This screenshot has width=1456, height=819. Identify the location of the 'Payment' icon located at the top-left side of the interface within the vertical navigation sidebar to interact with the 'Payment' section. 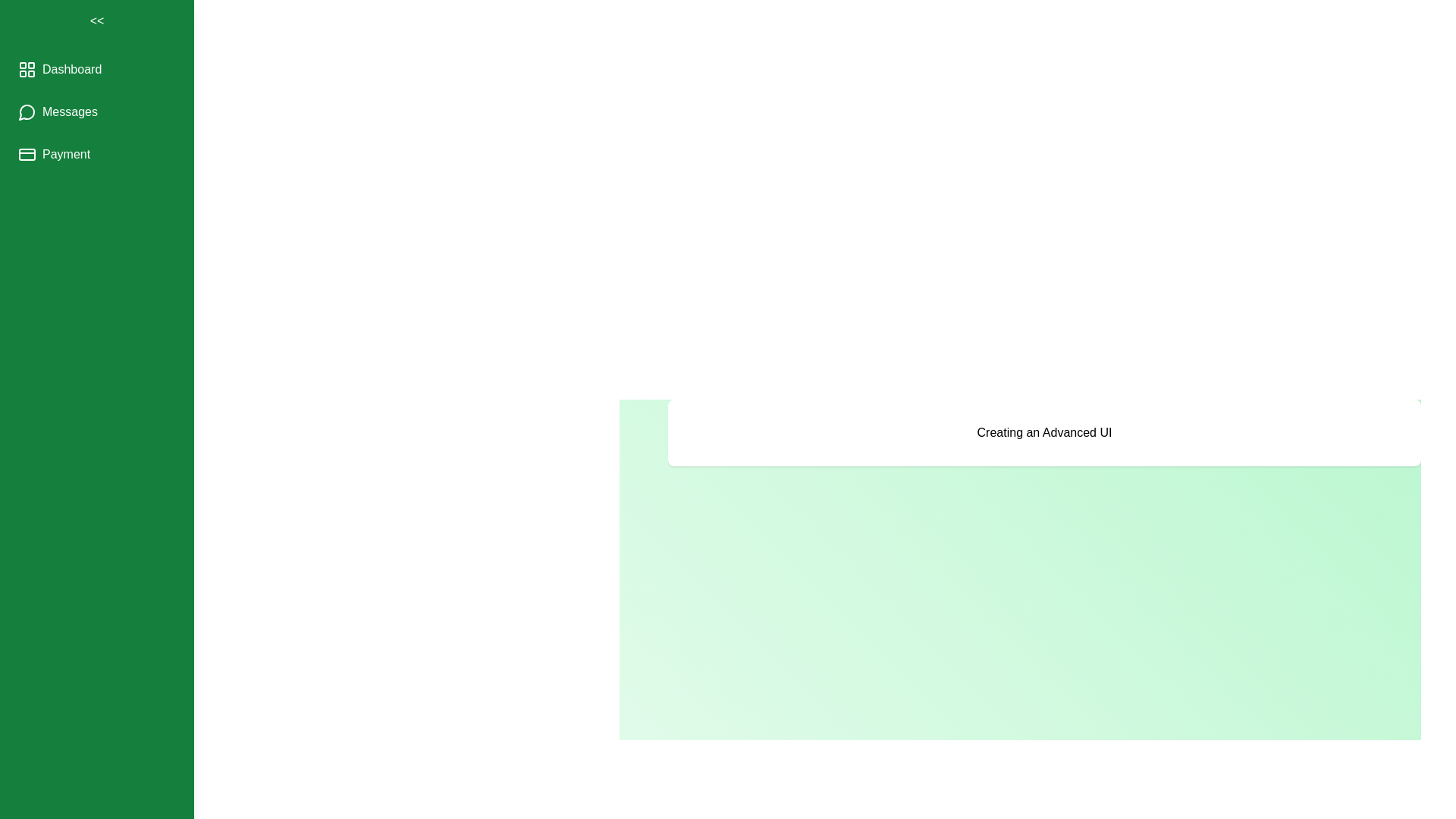
(27, 155).